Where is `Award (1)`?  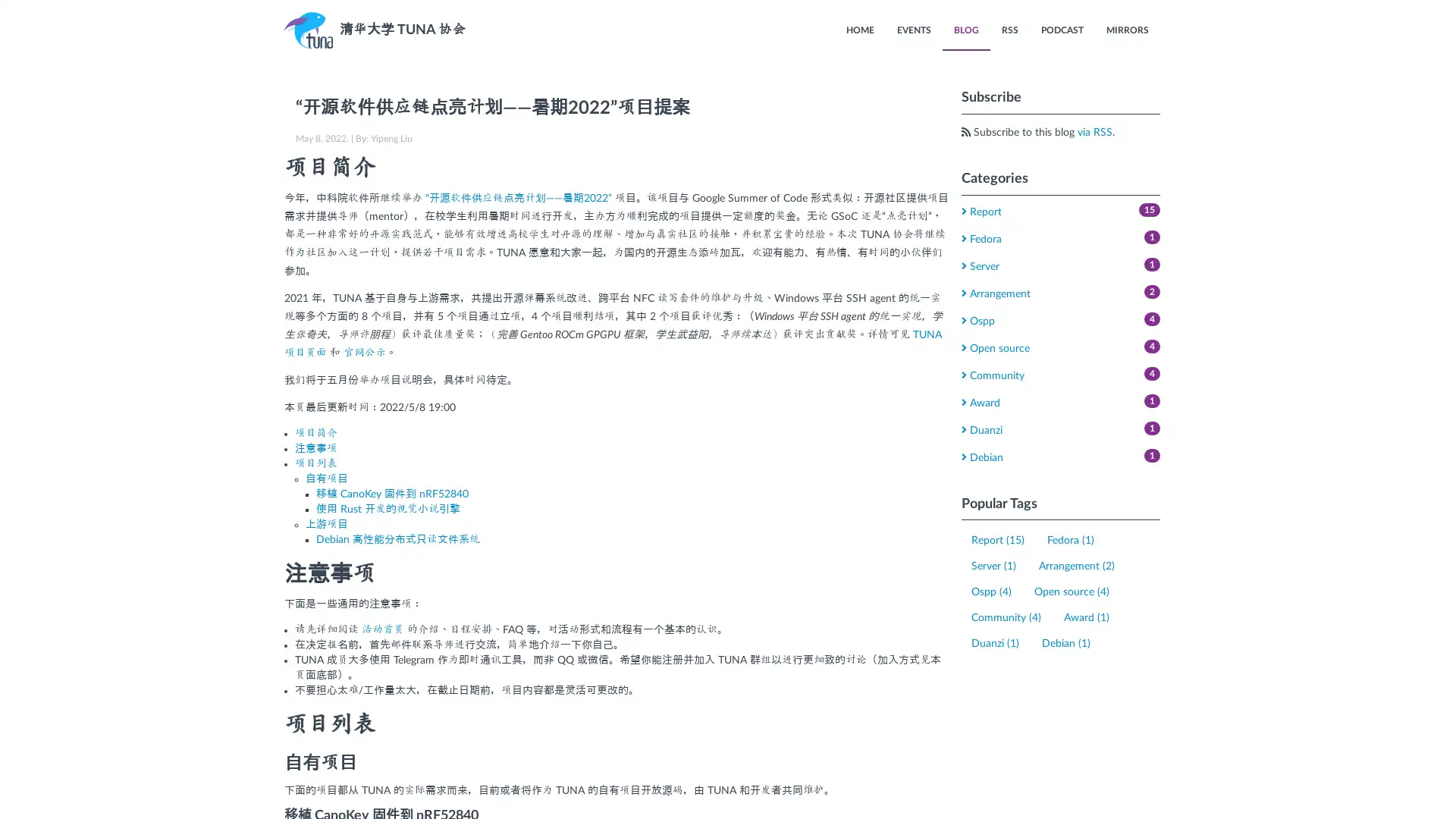 Award (1) is located at coordinates (1084, 617).